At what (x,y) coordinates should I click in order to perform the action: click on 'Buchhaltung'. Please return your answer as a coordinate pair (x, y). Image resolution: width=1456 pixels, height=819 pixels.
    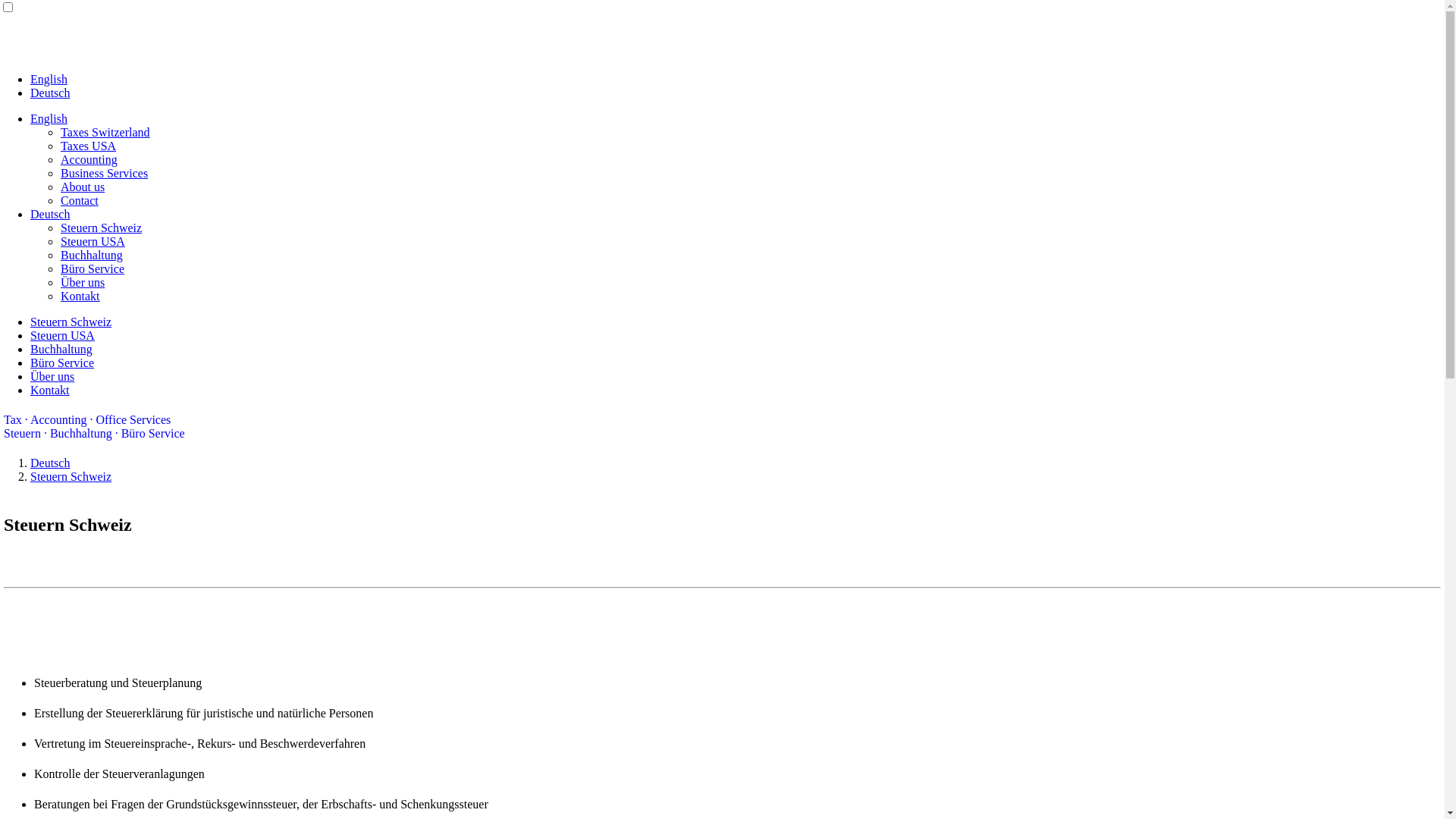
    Looking at the image, I should click on (90, 254).